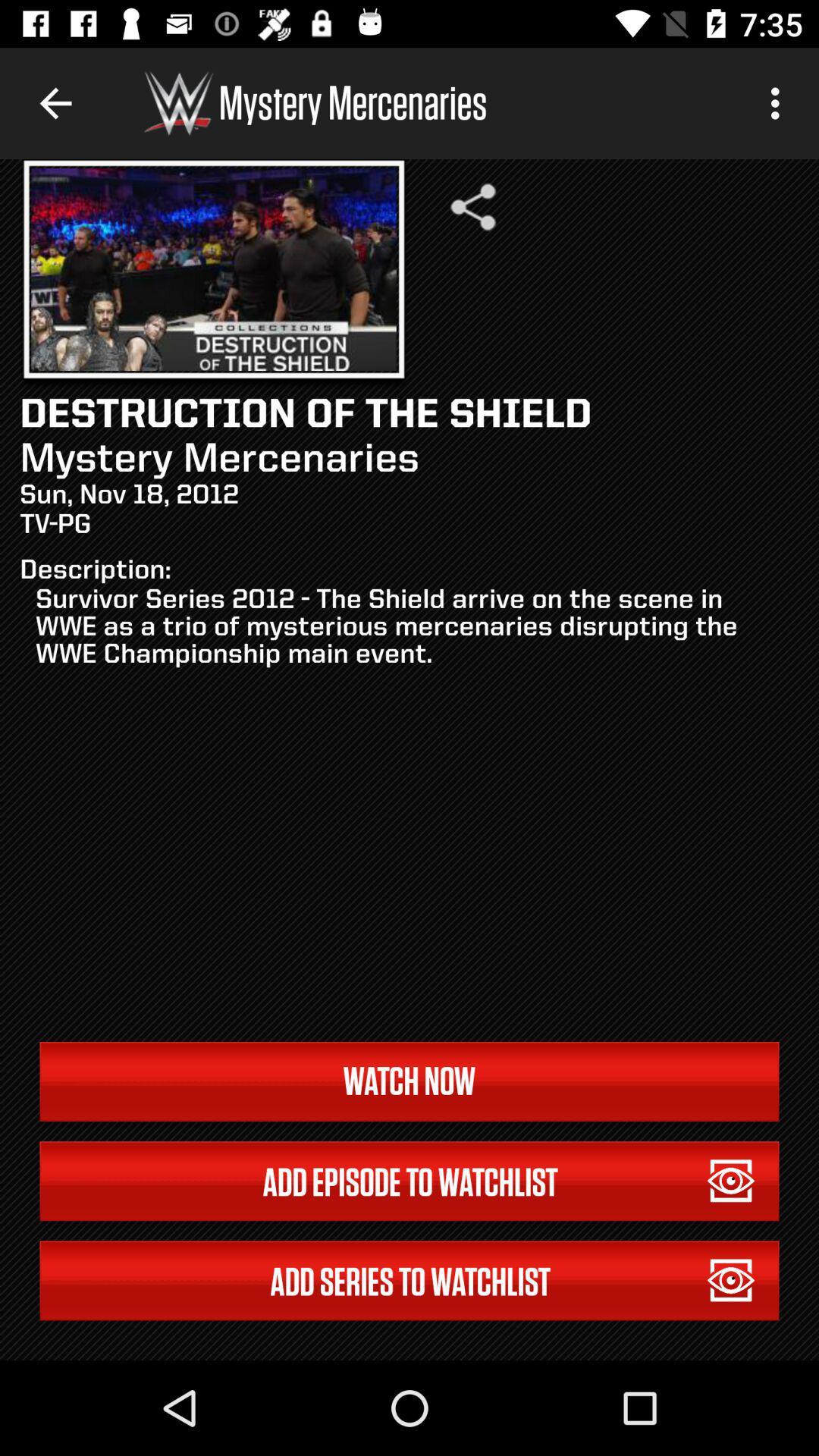  What do you see at coordinates (409, 1081) in the screenshot?
I see `the icon below the survivor series 2012 item` at bounding box center [409, 1081].